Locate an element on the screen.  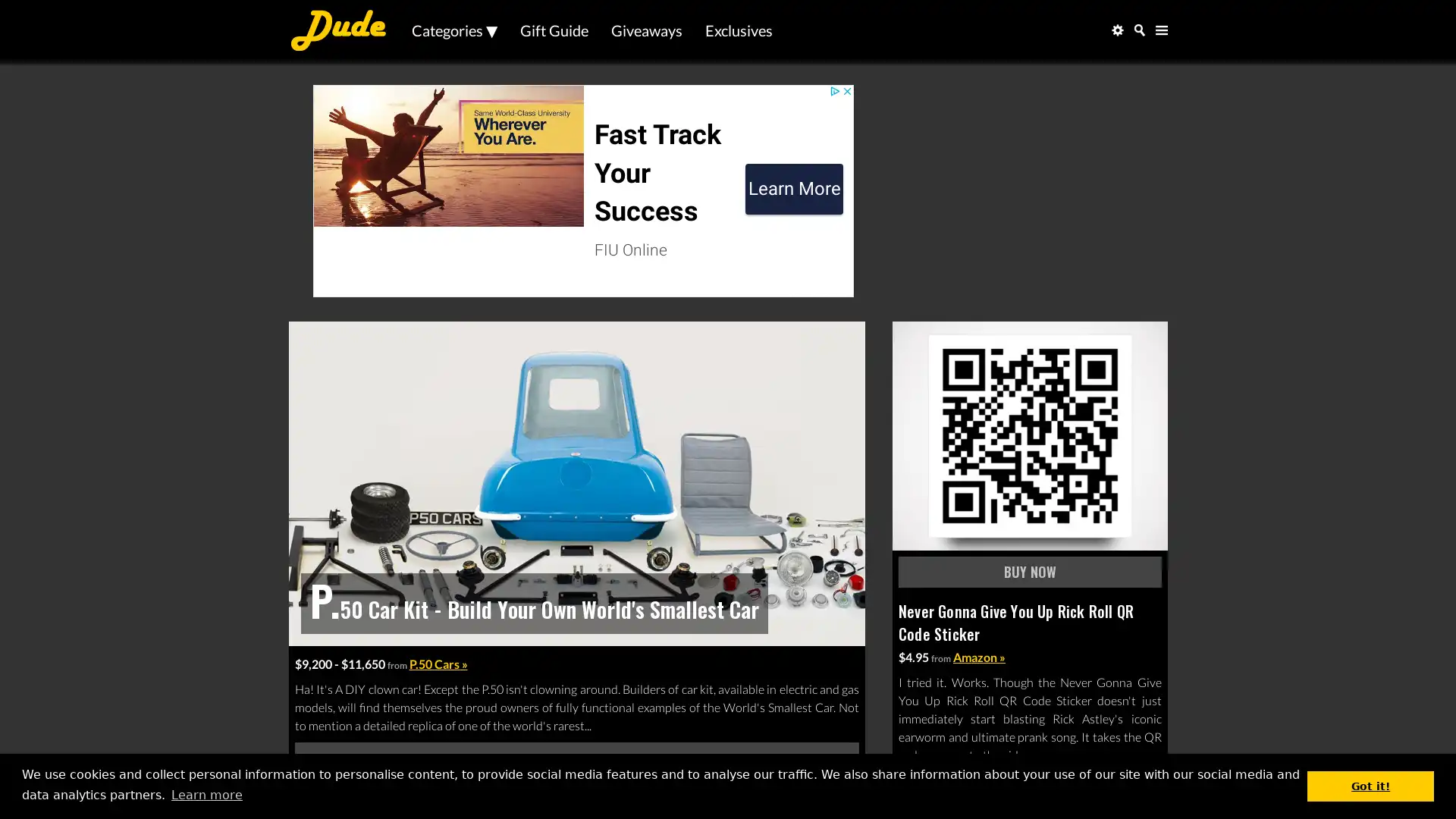
learn more about cookies is located at coordinates (206, 794).